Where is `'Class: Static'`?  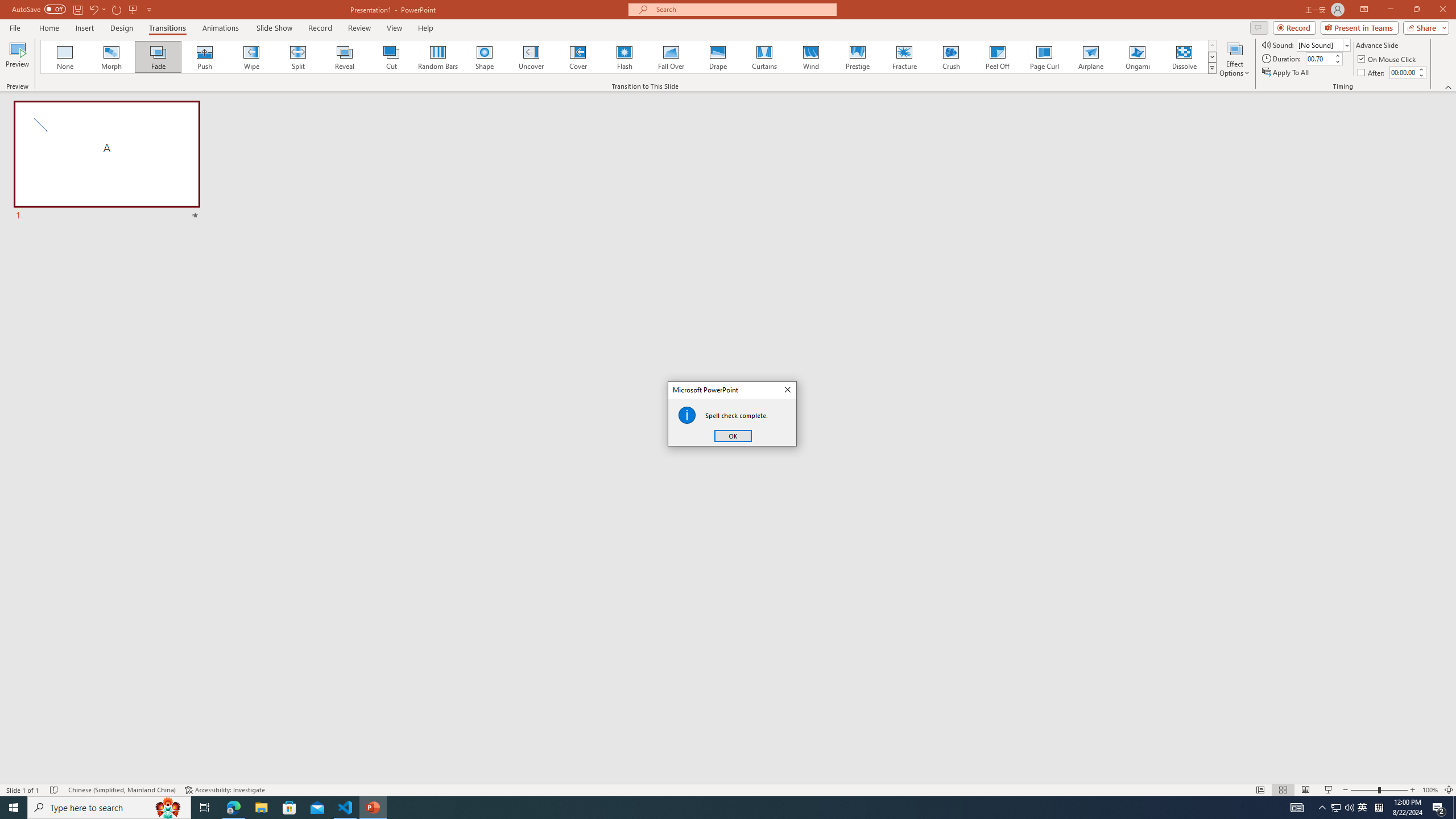 'Class: Static' is located at coordinates (686, 415).